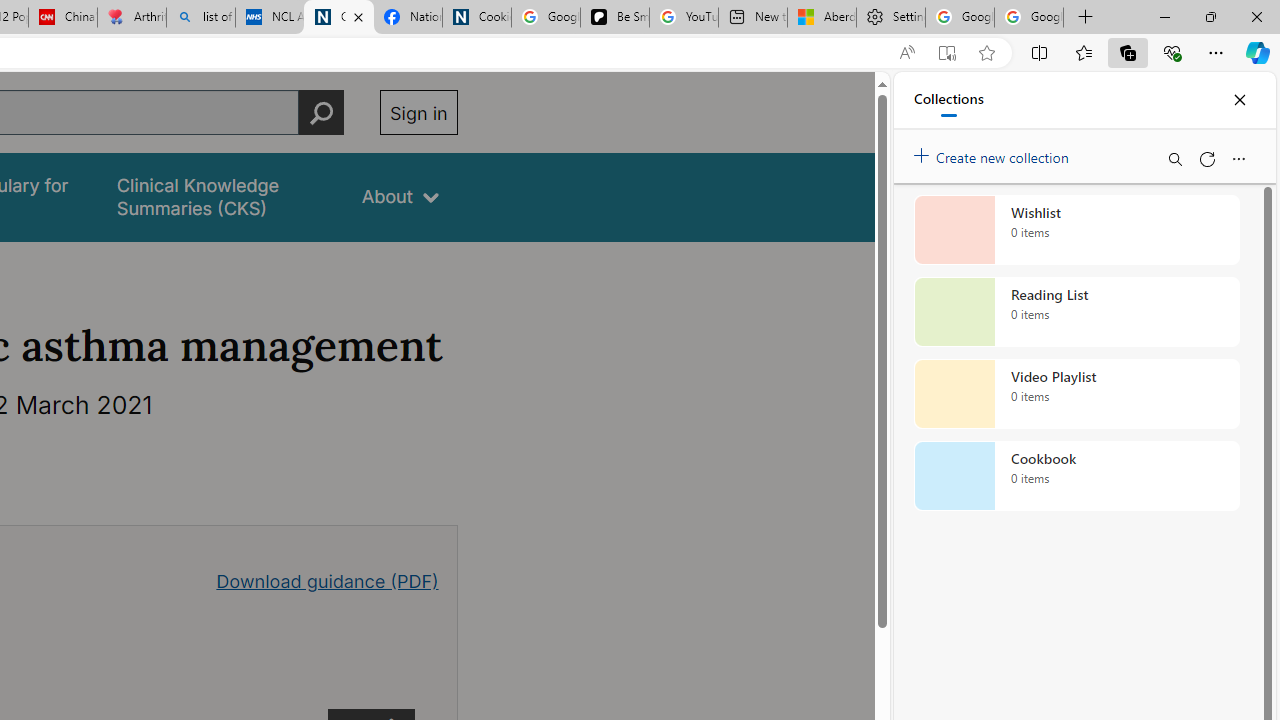  Describe the element at coordinates (321, 112) in the screenshot. I see `'Perform search'` at that location.